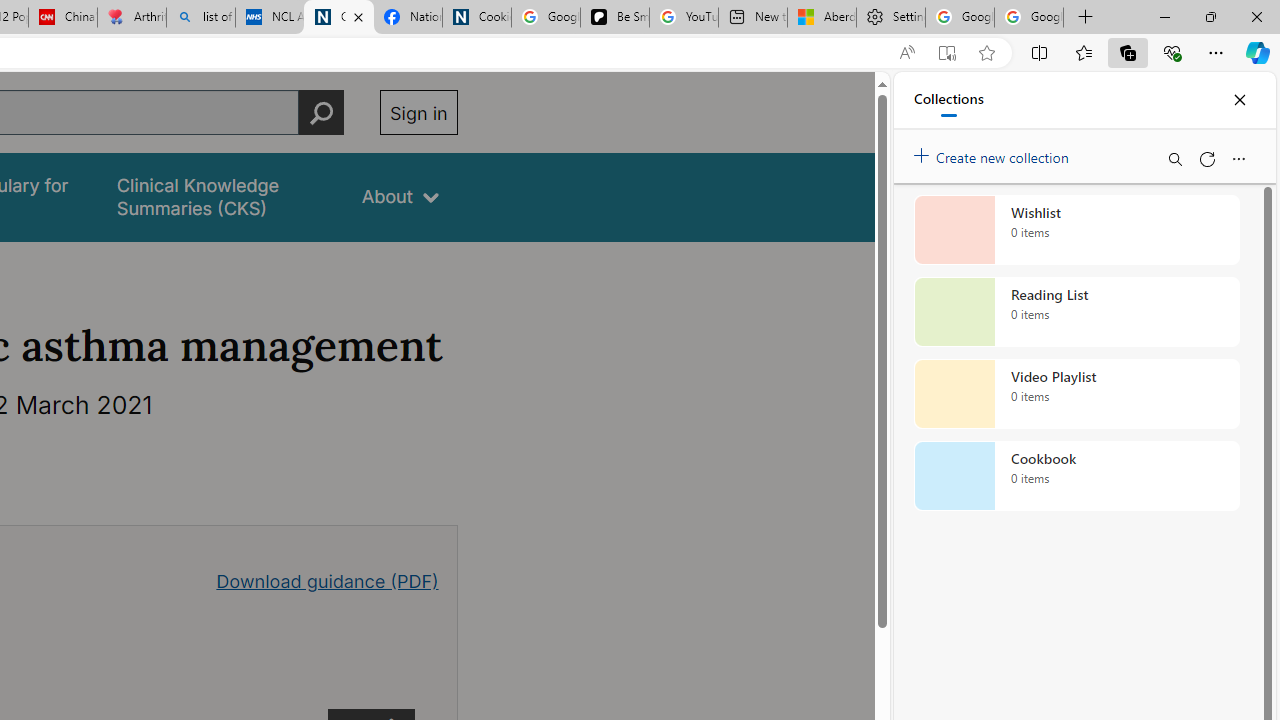  Describe the element at coordinates (321, 112) in the screenshot. I see `'Perform search'` at that location.